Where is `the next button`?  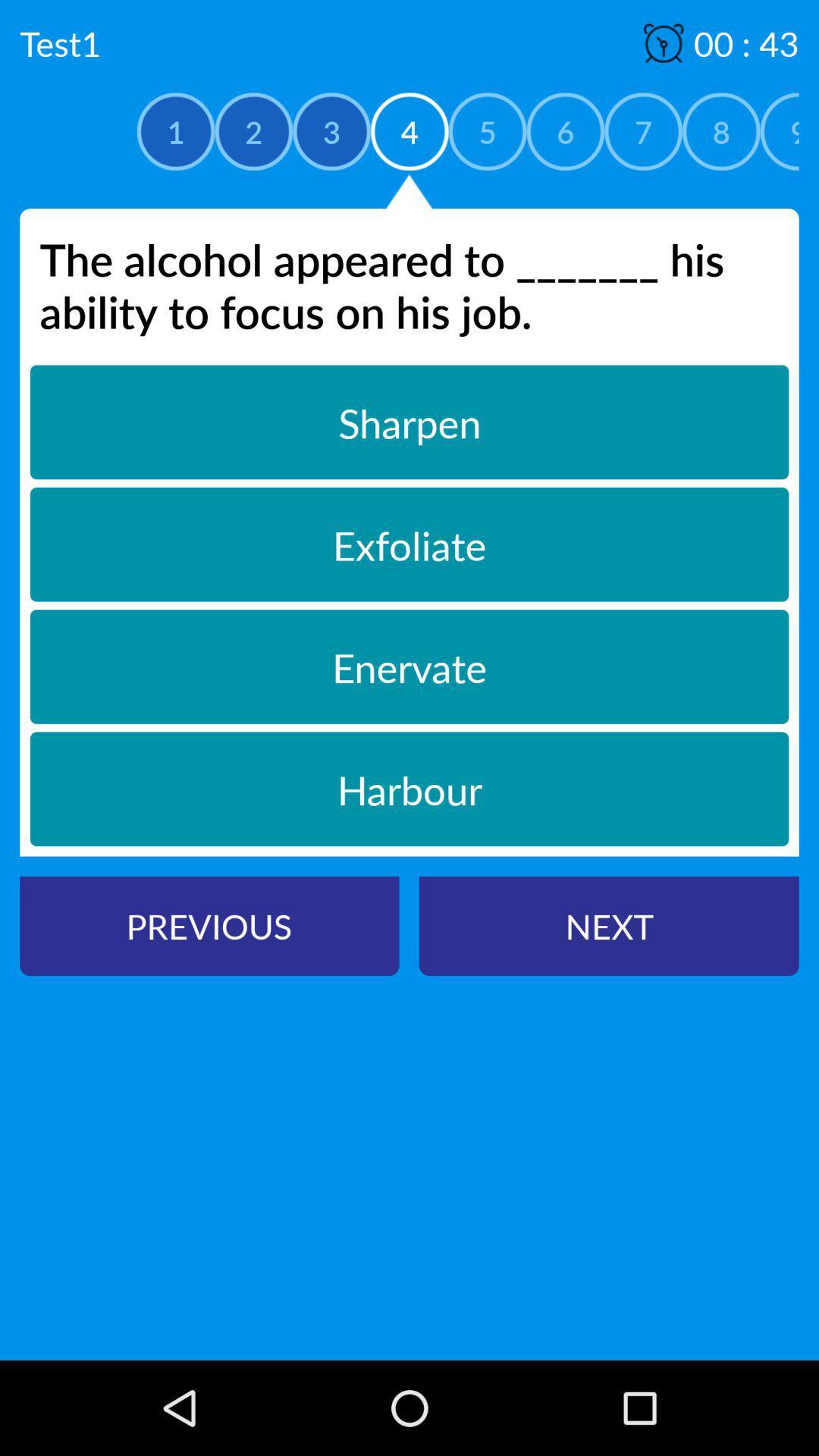
the next button is located at coordinates (608, 925).